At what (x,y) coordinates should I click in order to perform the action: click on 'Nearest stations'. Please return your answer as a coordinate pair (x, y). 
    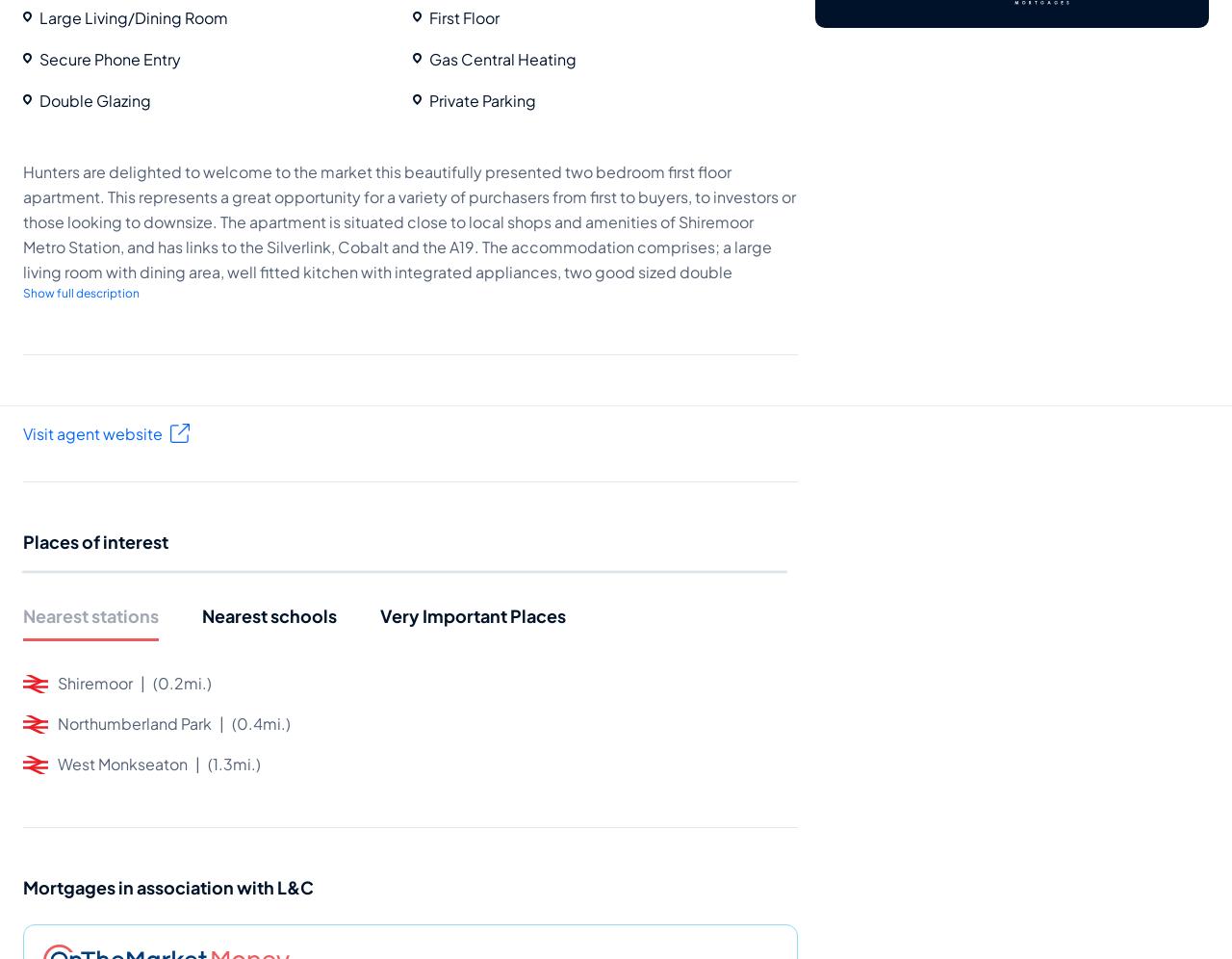
    Looking at the image, I should click on (22, 613).